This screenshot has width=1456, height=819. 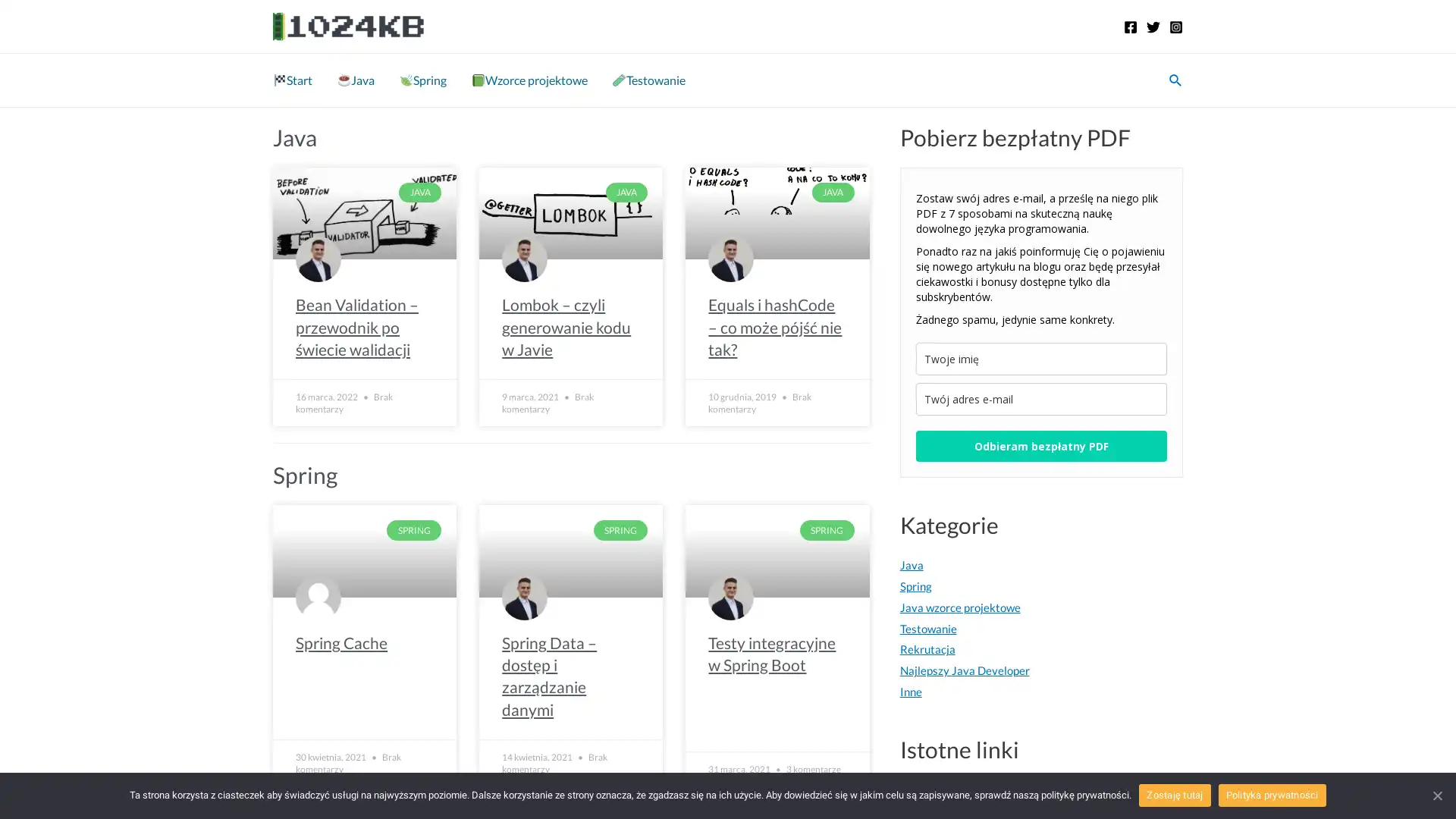 I want to click on Odbieram bezpatny PDF, so click(x=1040, y=445).